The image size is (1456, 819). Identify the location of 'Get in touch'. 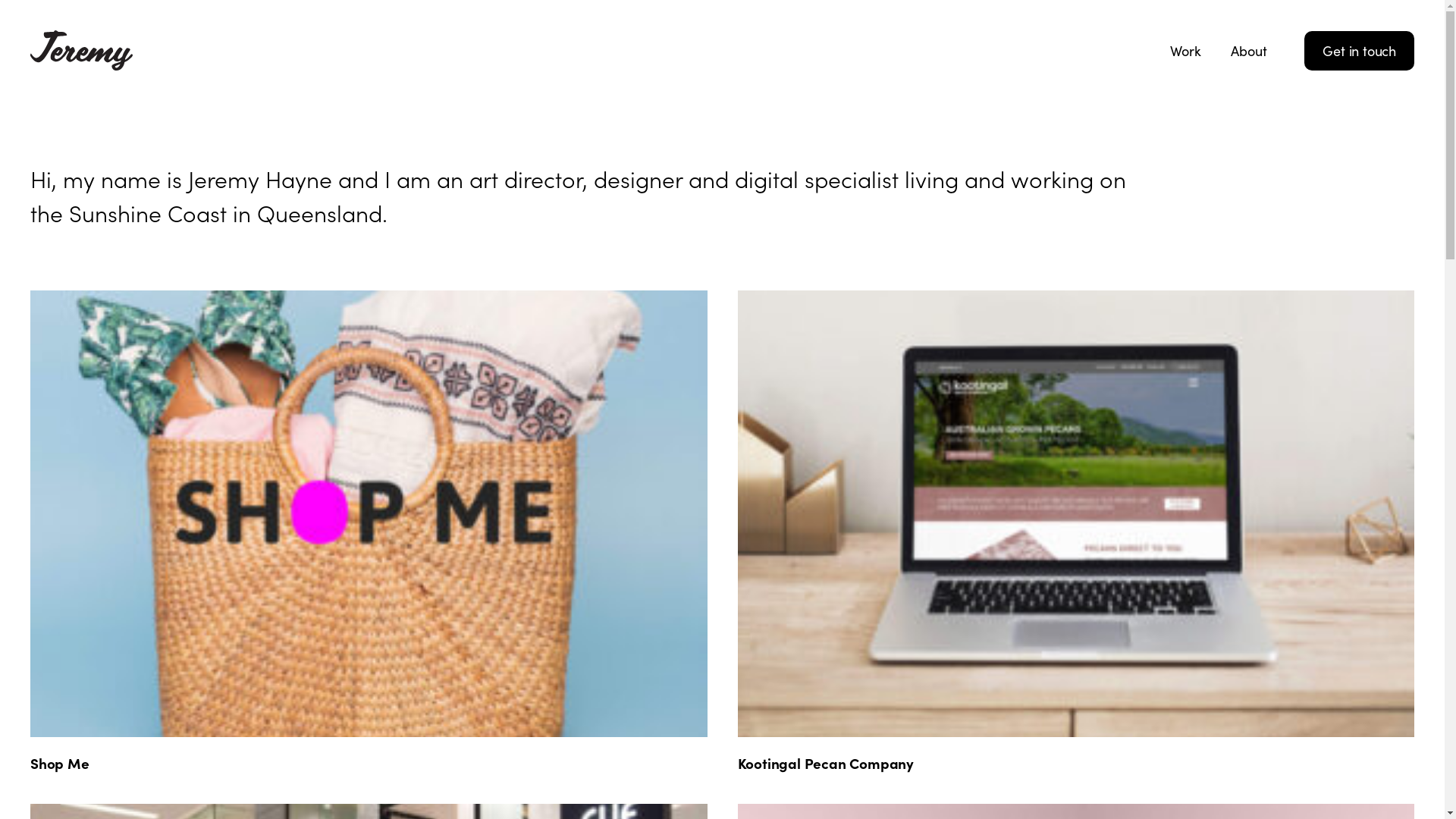
(1359, 49).